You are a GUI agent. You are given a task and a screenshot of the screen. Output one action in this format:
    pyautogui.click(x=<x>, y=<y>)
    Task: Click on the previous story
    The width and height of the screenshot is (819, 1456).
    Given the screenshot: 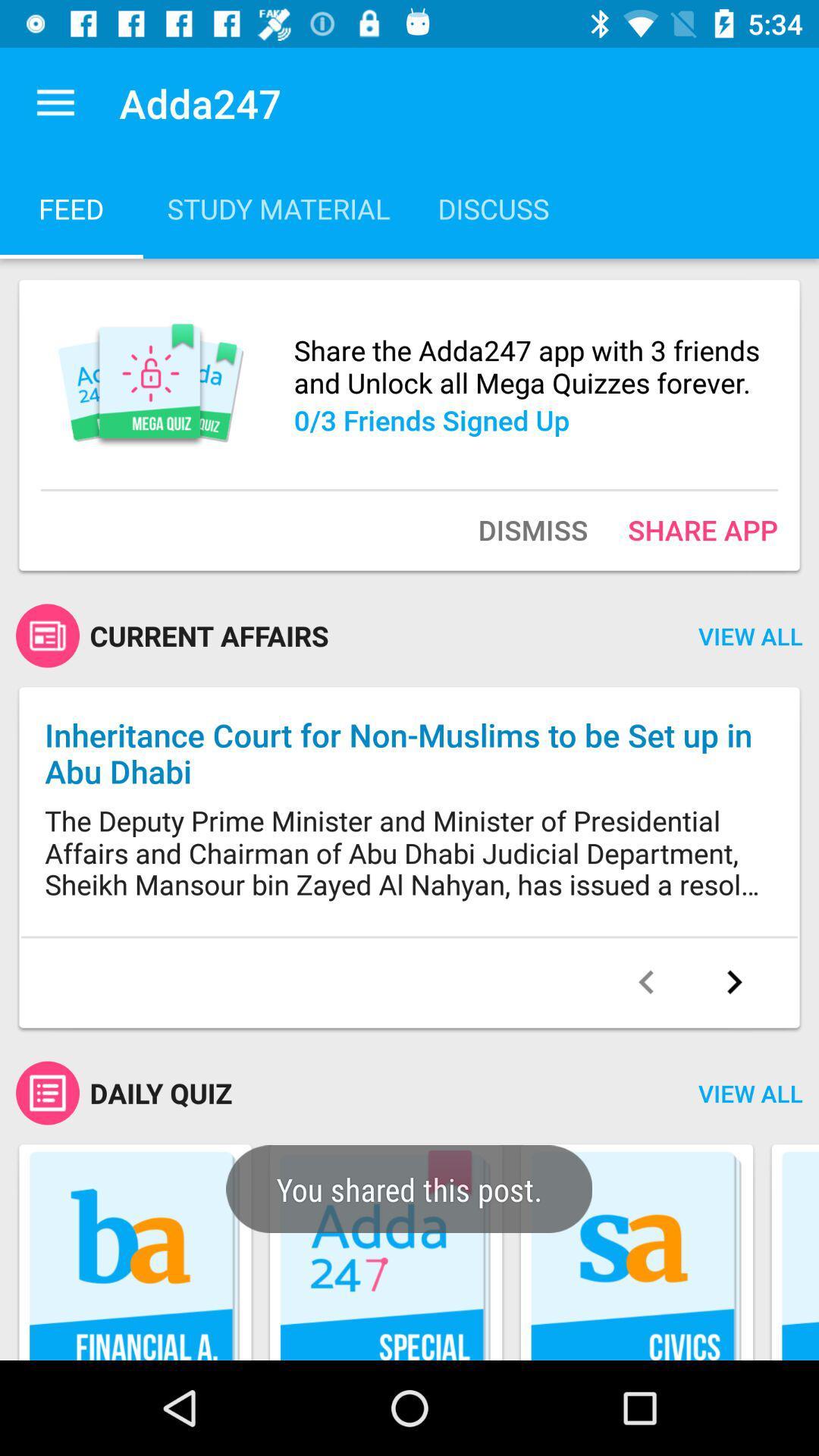 What is the action you would take?
    pyautogui.click(x=646, y=982)
    